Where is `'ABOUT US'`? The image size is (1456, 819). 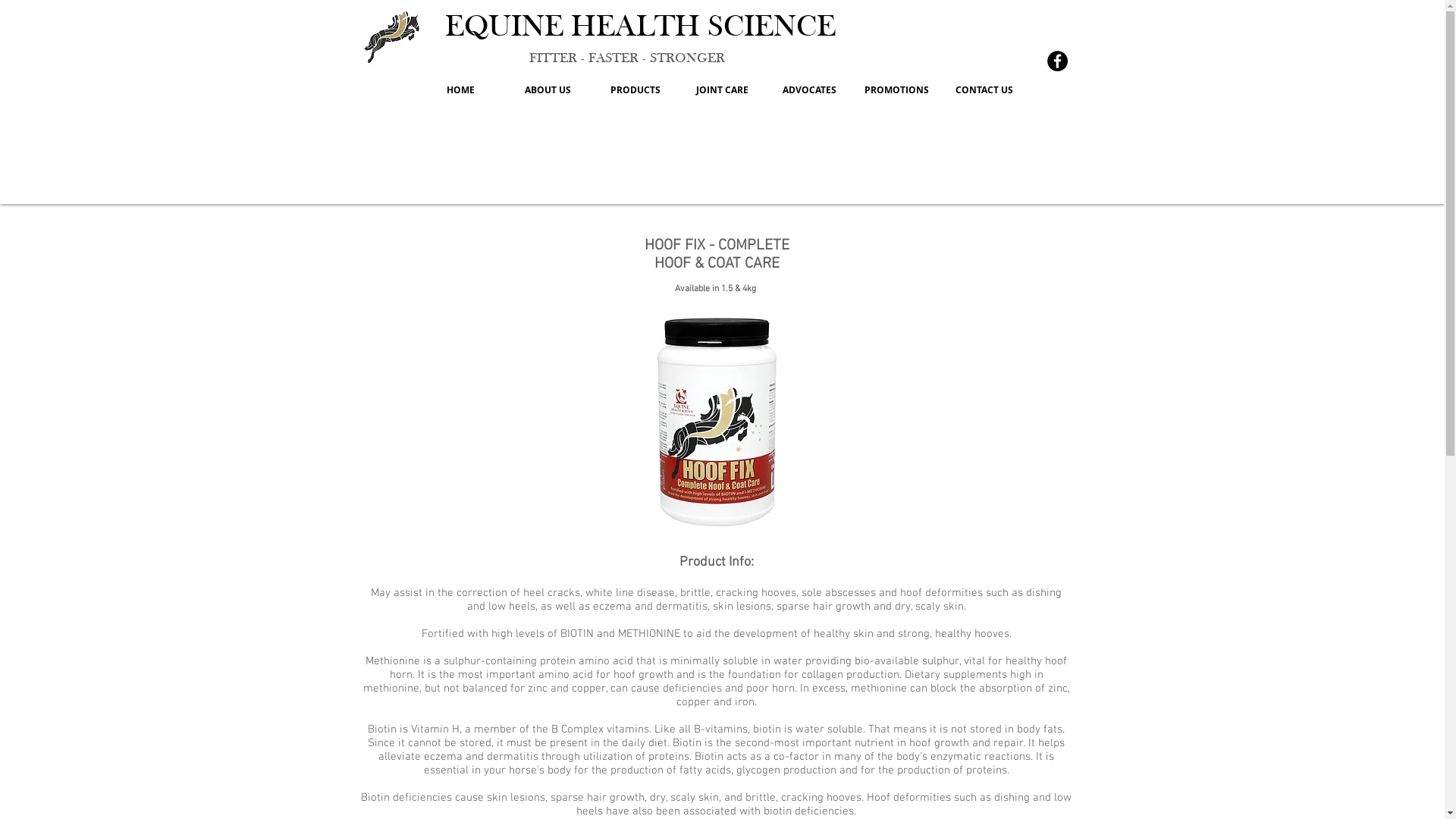 'ABOUT US' is located at coordinates (547, 90).